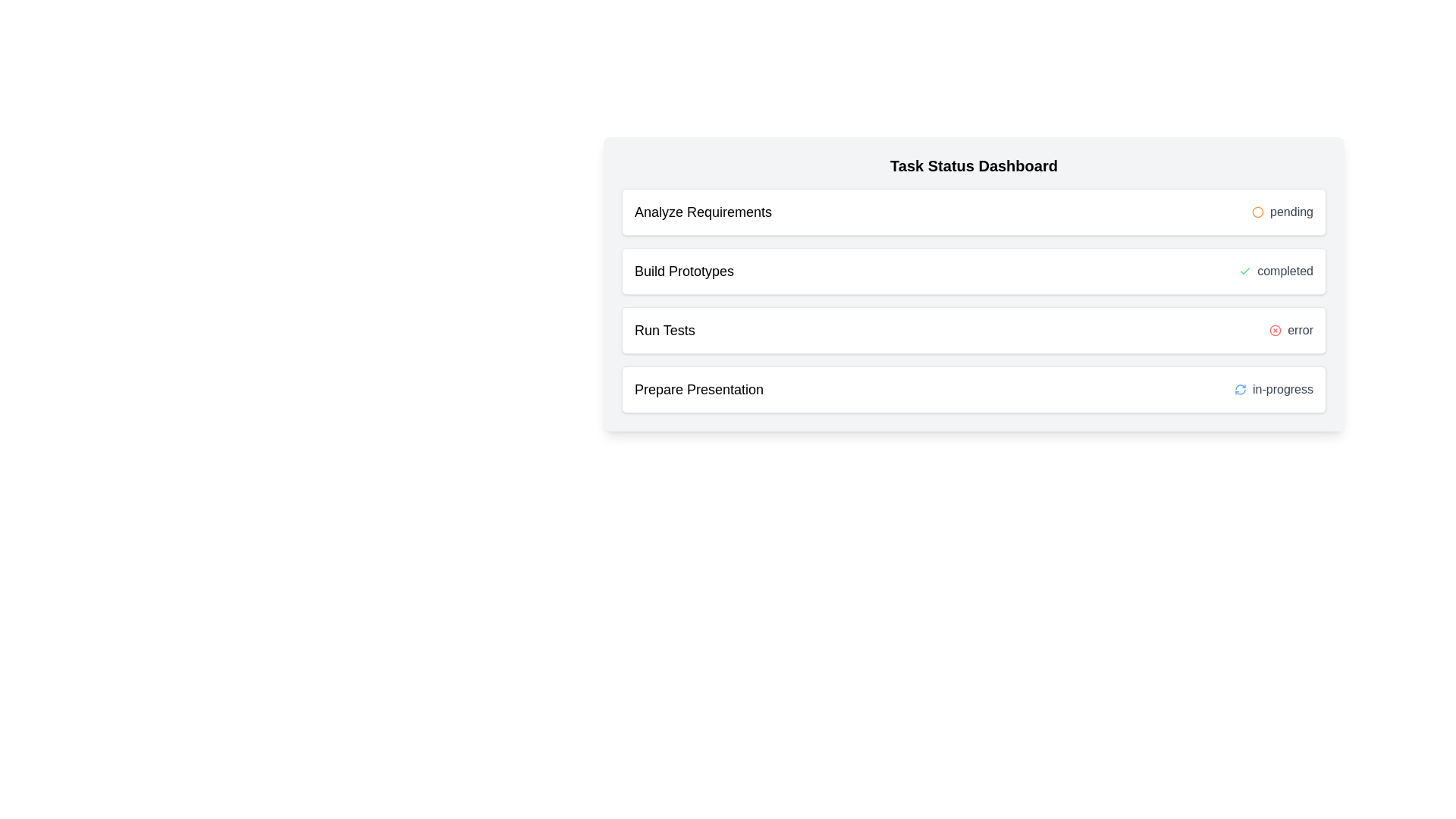 This screenshot has height=819, width=1456. I want to click on the red outlined circular part of the error icon next to the 'Run Tests' task, so click(1275, 329).